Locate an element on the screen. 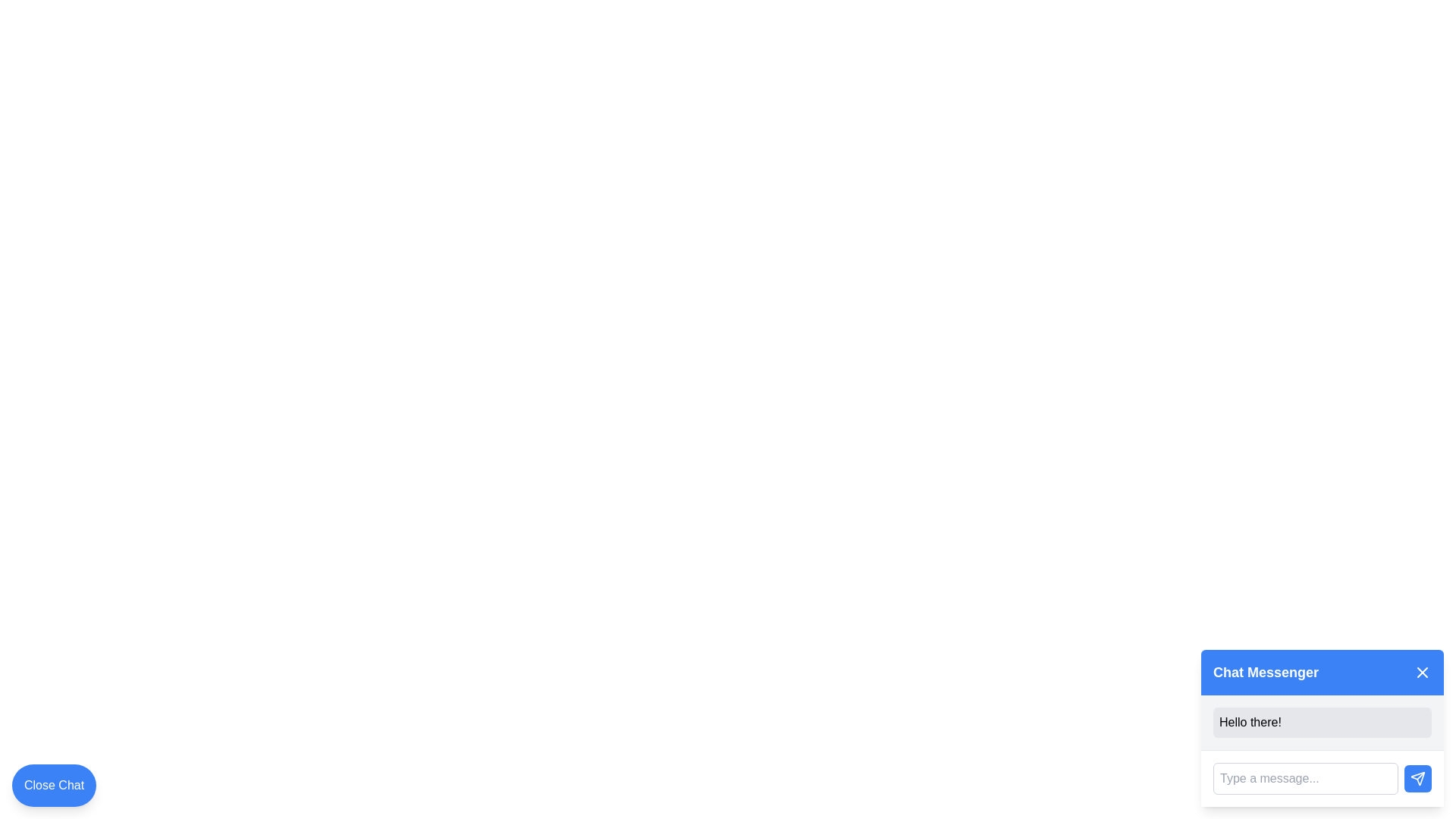  the stand-alone button located at the bottom-left corner of the application interface is located at coordinates (54, 785).